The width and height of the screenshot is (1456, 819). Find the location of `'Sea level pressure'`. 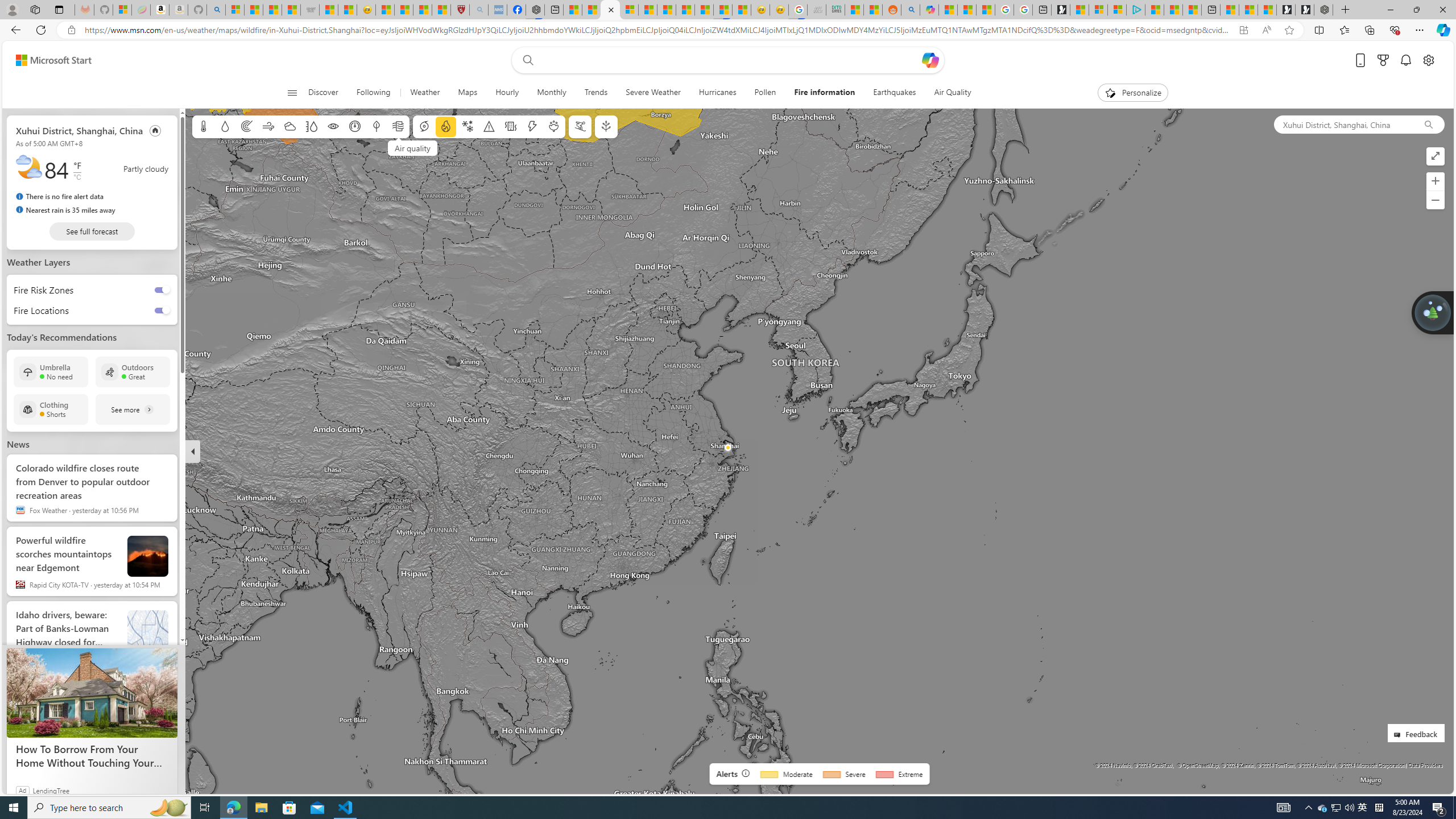

'Sea level pressure' is located at coordinates (354, 126).